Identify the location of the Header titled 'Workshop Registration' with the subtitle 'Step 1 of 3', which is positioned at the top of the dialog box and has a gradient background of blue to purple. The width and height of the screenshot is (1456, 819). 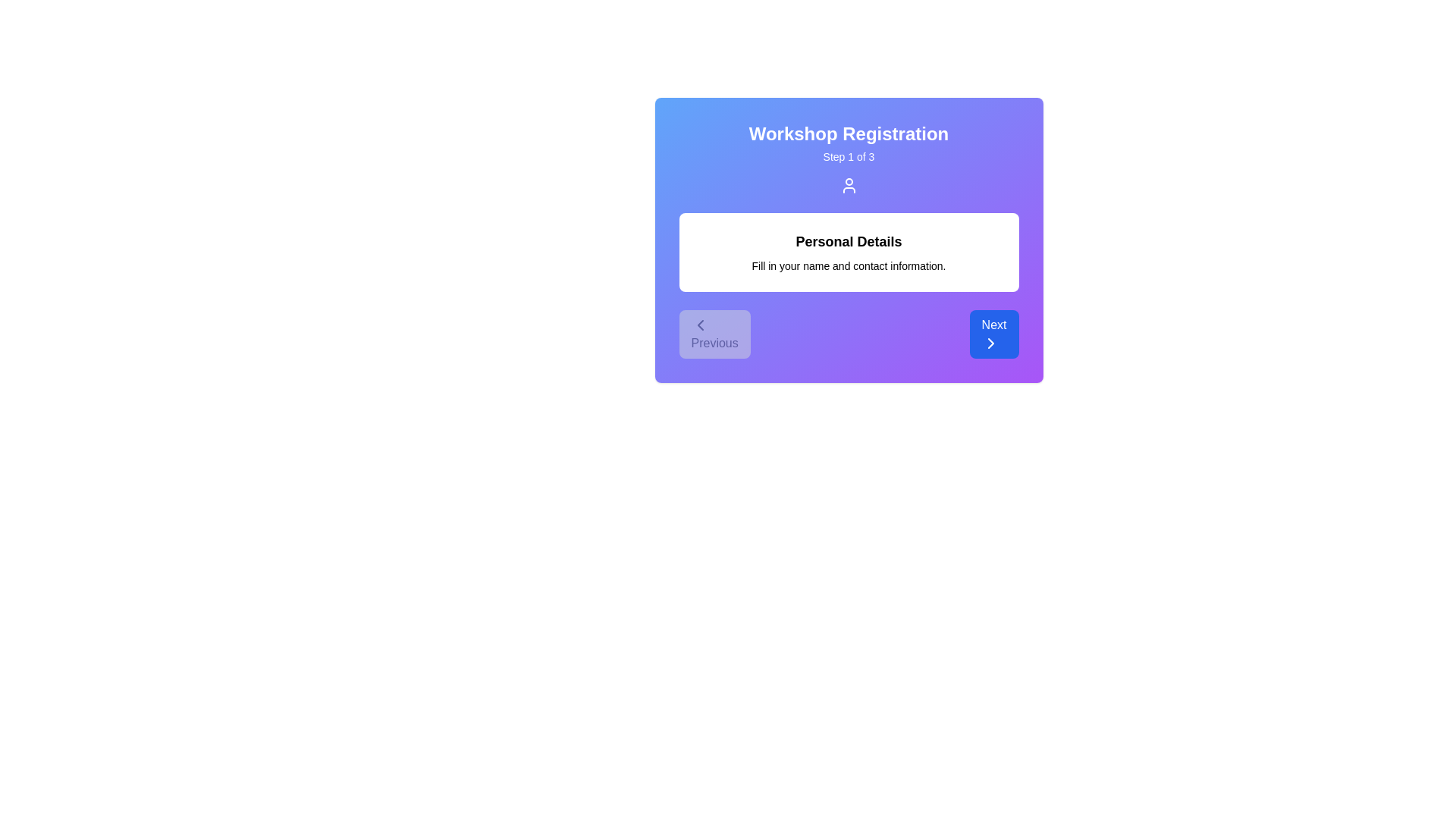
(848, 158).